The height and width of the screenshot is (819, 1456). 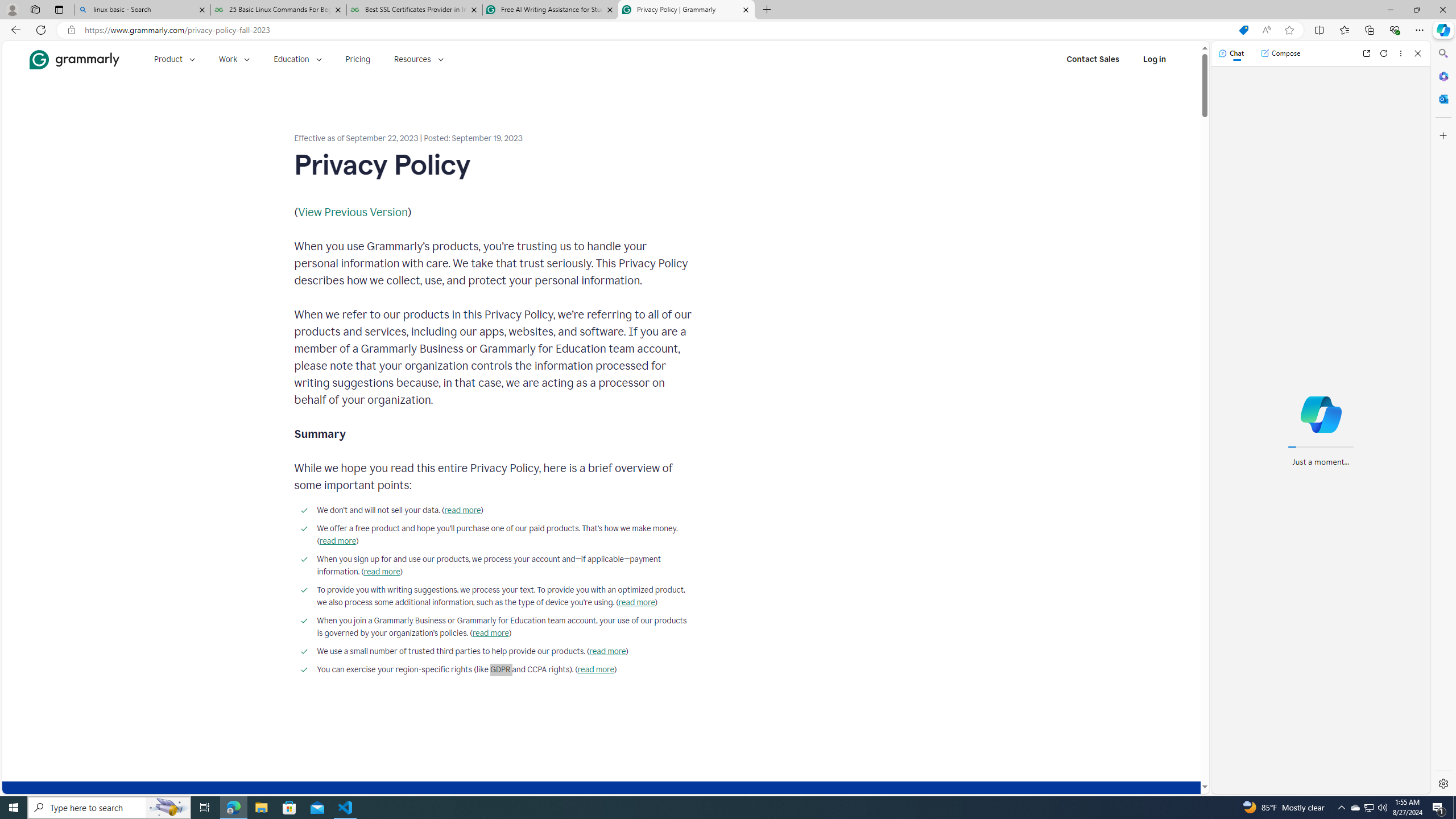 I want to click on 'Free AI Writing Assistance for Students | Grammarly', so click(x=549, y=9).